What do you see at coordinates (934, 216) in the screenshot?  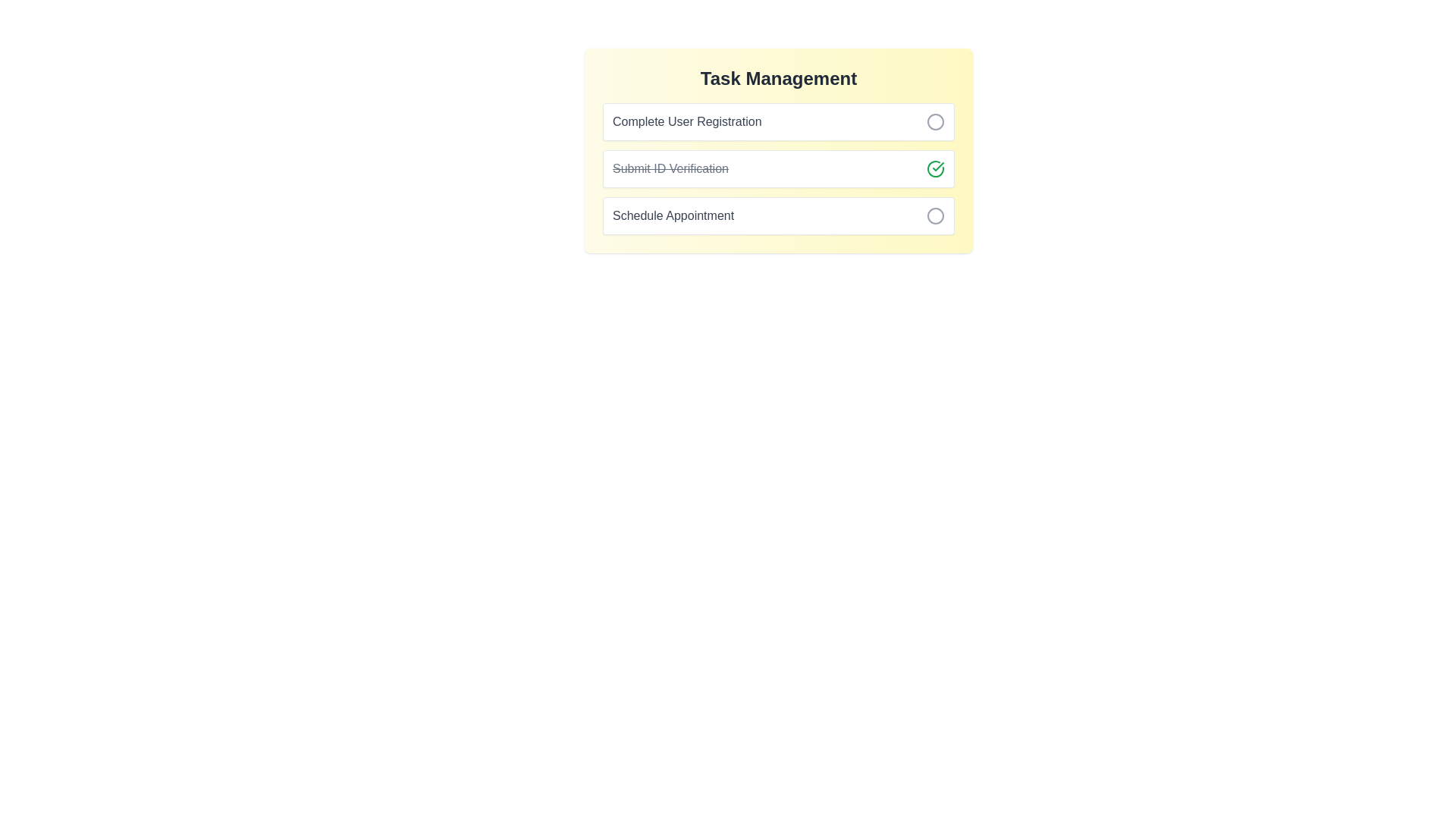 I see `the circular status indicator on the far right of the 'Schedule Appointment' task row` at bounding box center [934, 216].